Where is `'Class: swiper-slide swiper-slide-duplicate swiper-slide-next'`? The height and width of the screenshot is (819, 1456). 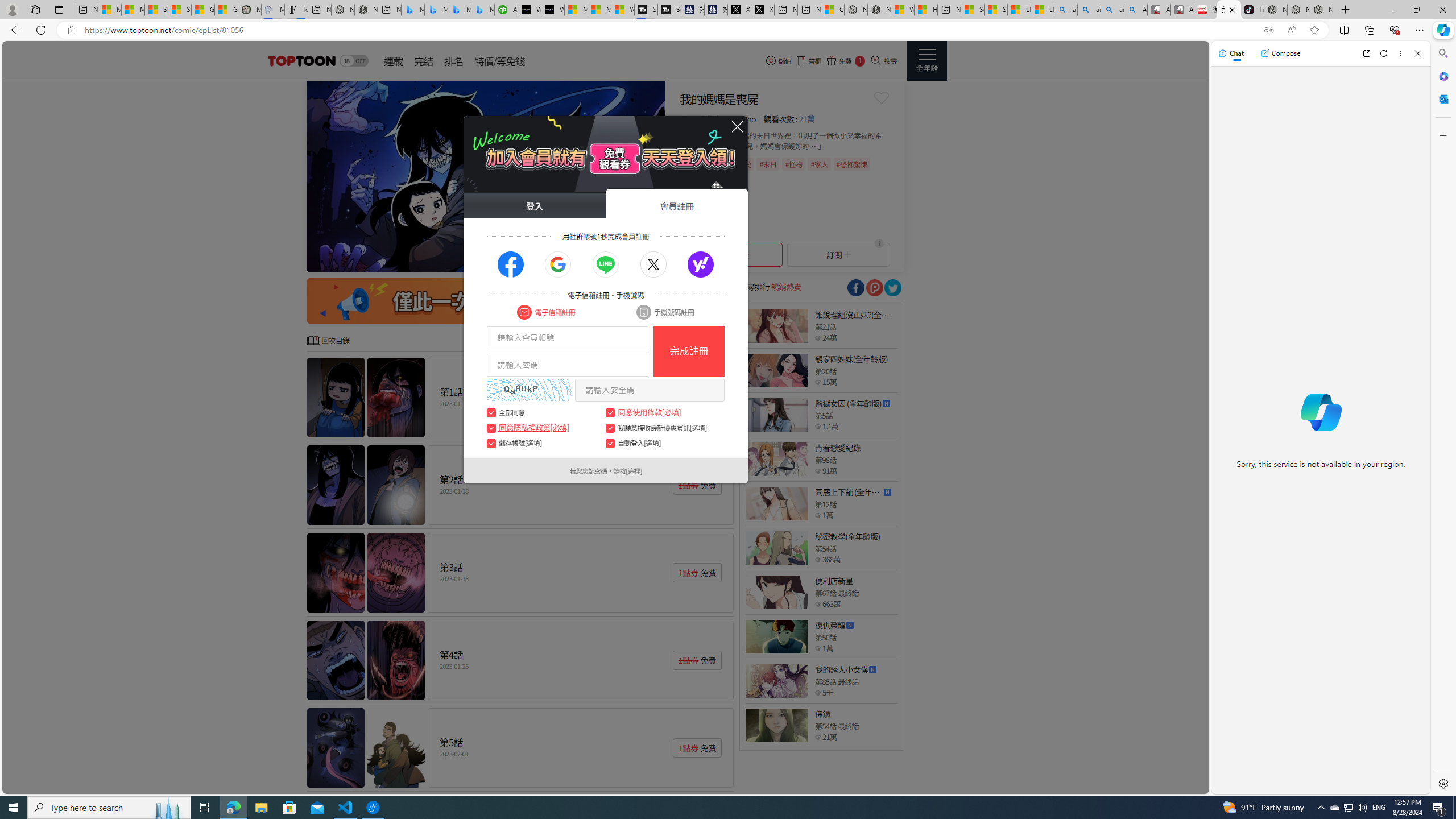
'Class: swiper-slide swiper-slide-duplicate swiper-slide-next' is located at coordinates (486, 176).